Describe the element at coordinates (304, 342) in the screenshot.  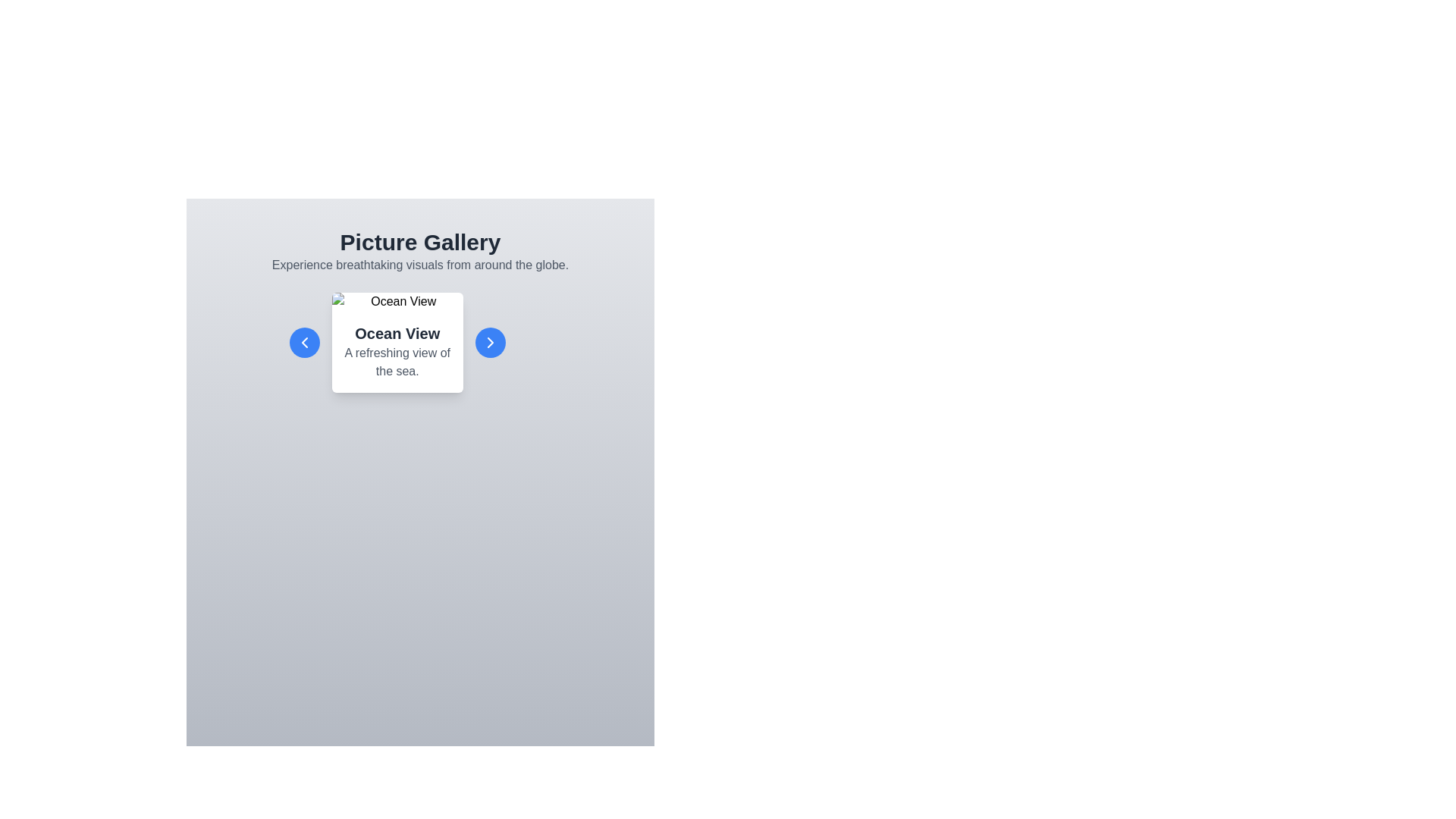
I see `the leftward chevron icon inside the blue circular navigation button` at that location.